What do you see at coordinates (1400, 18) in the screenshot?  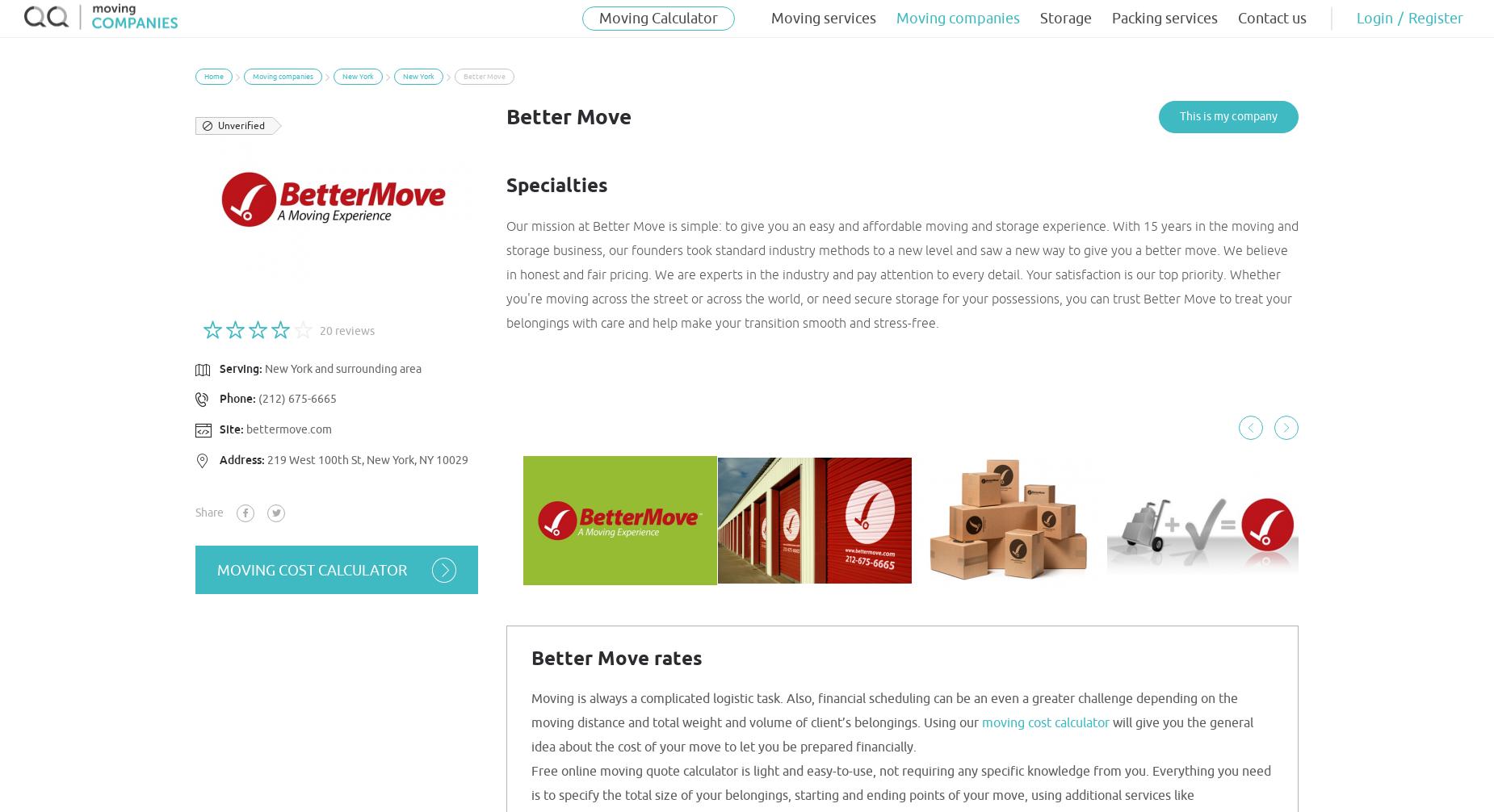 I see `'/'` at bounding box center [1400, 18].